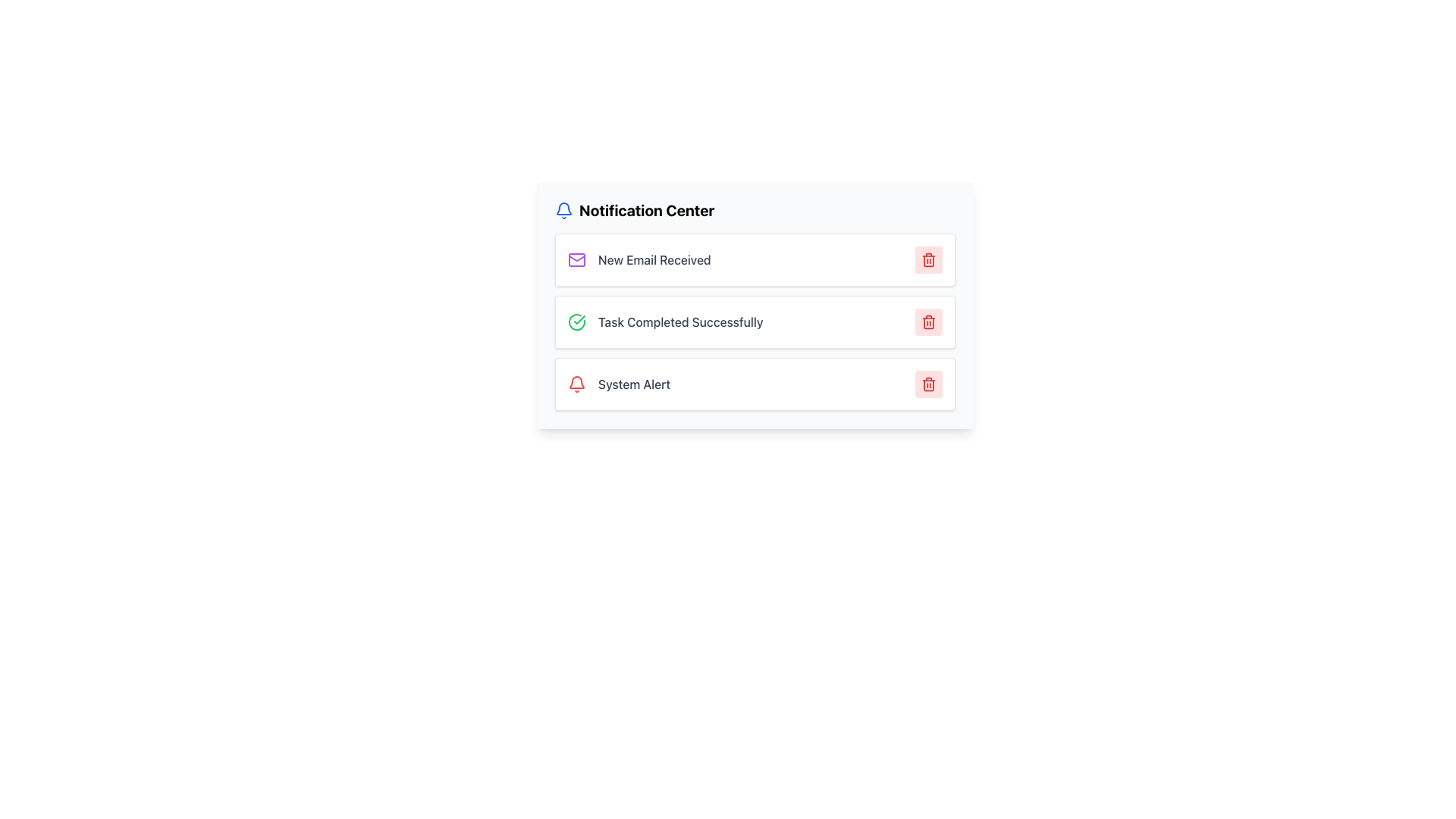 Image resolution: width=1456 pixels, height=819 pixels. What do you see at coordinates (576, 259) in the screenshot?
I see `the purple outlined envelope icon in the 'New Email Received' row of the Notification Center panel` at bounding box center [576, 259].